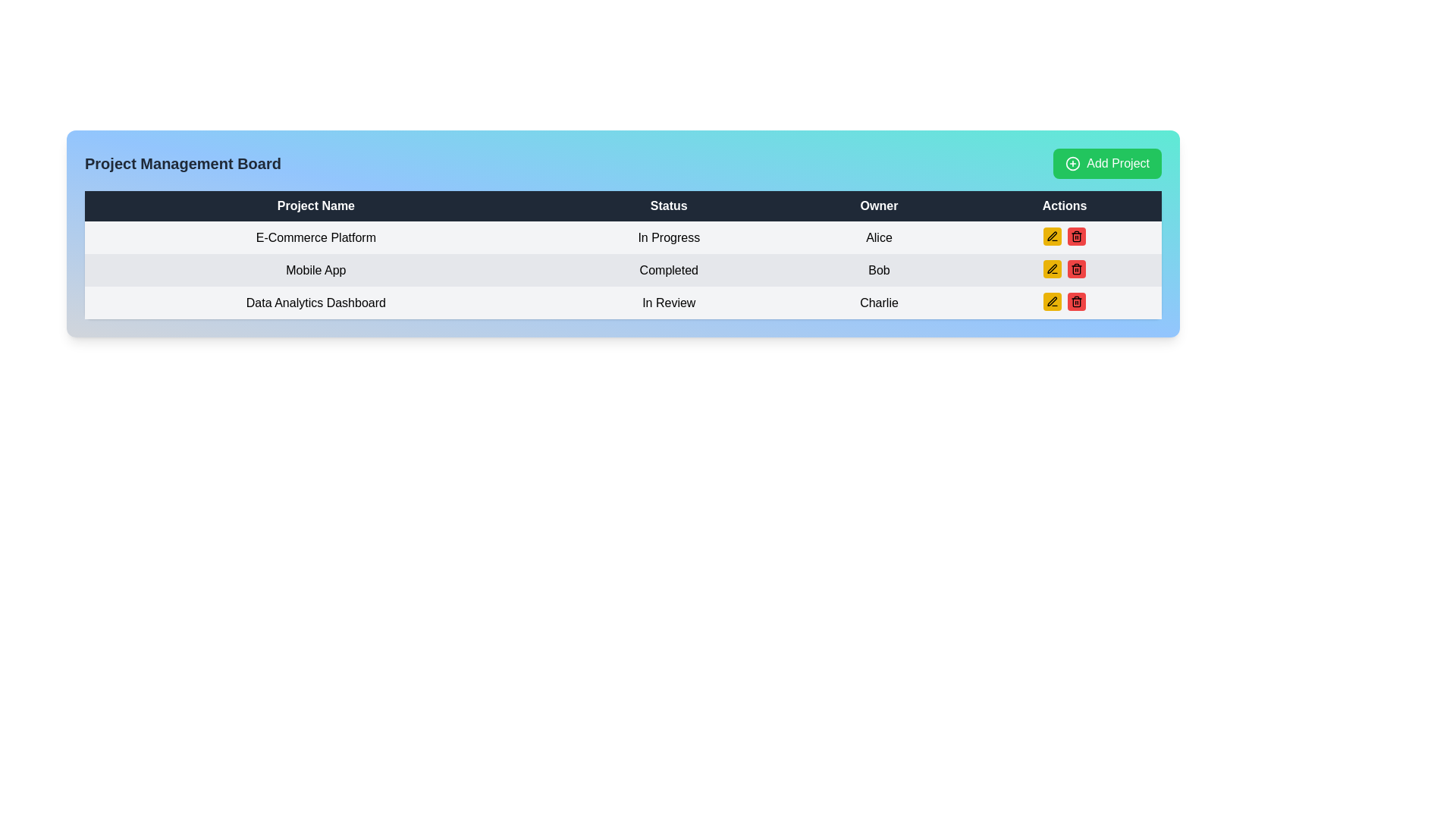 The image size is (1456, 819). I want to click on the red trash can button located in the rightmost column under 'Actions' for the entry corresponding to 'Charlie' in the 'Owner' column, so click(1064, 303).